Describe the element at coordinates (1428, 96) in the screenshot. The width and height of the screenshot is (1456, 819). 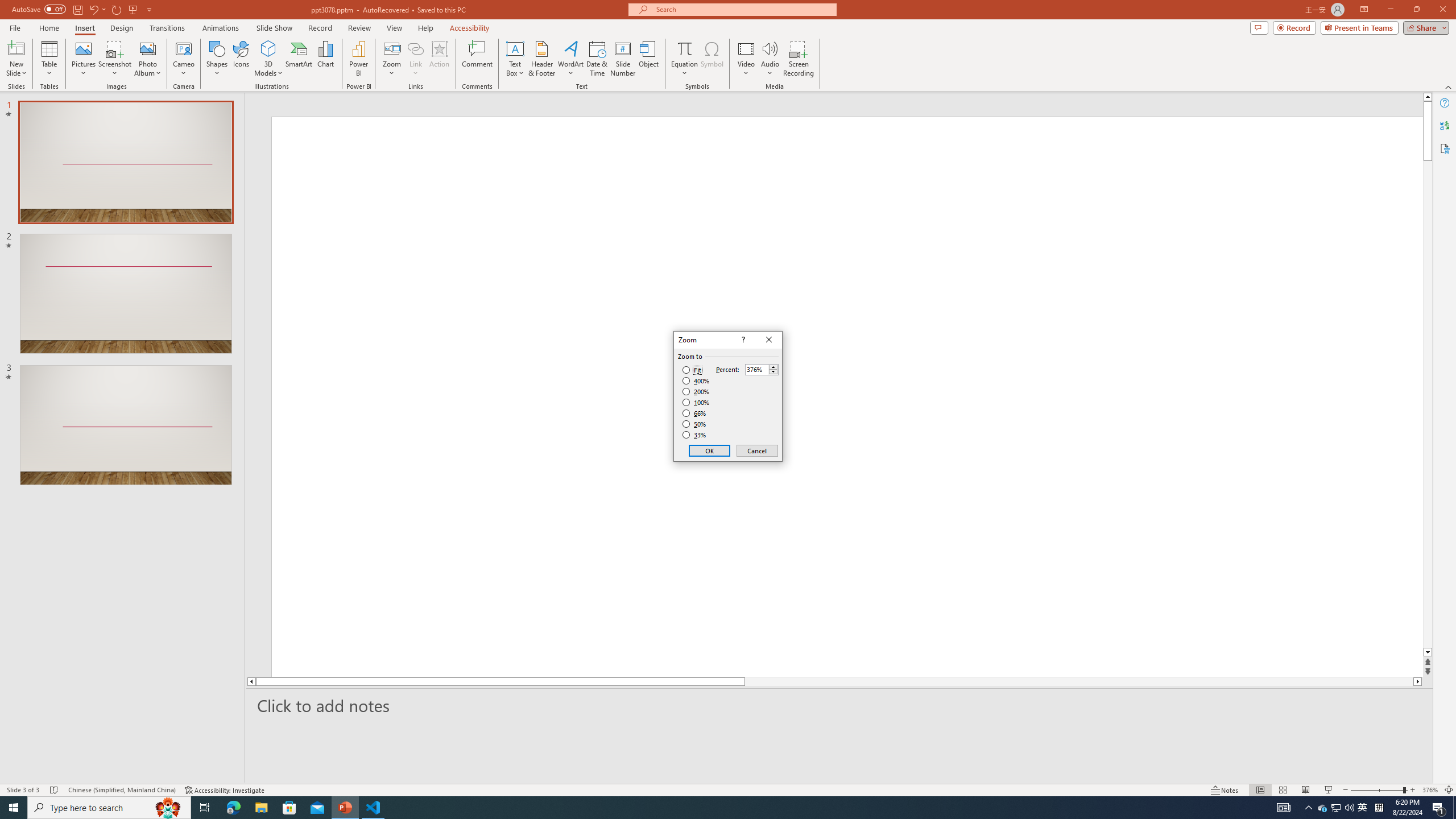
I see `'Line up'` at that location.